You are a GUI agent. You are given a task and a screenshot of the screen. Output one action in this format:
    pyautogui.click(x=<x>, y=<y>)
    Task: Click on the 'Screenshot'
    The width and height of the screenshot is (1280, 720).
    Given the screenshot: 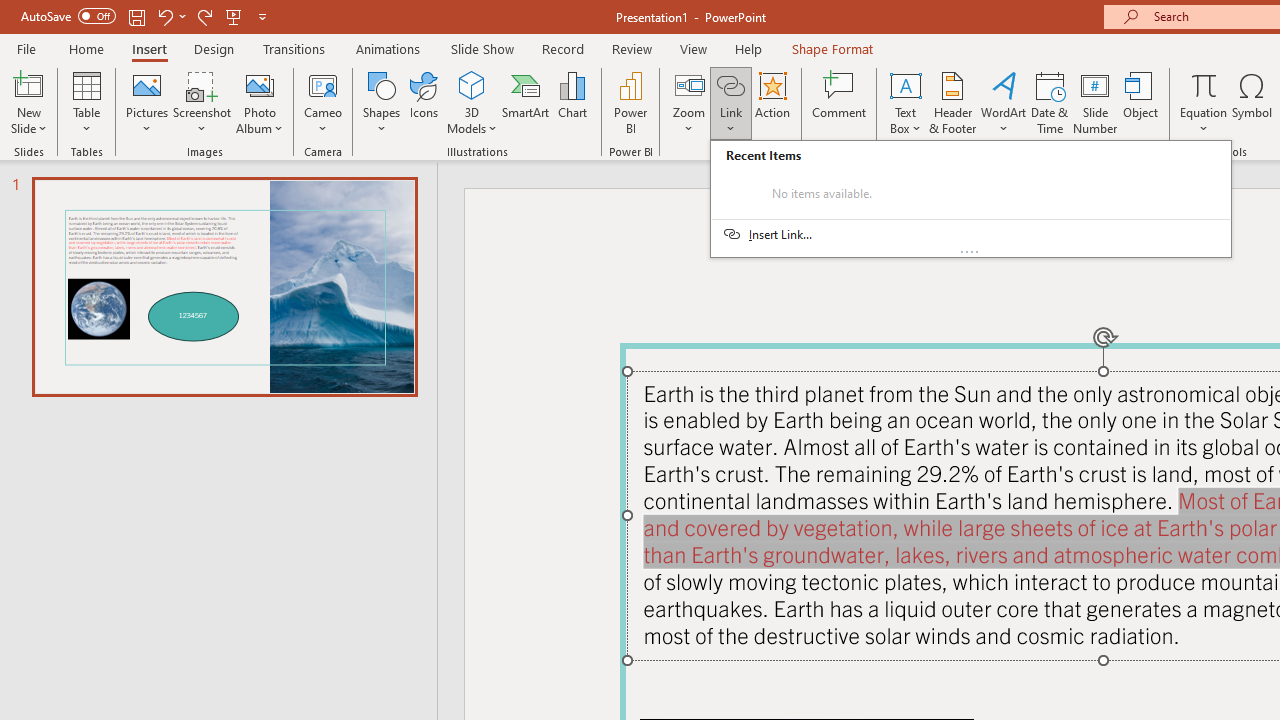 What is the action you would take?
    pyautogui.click(x=202, y=103)
    